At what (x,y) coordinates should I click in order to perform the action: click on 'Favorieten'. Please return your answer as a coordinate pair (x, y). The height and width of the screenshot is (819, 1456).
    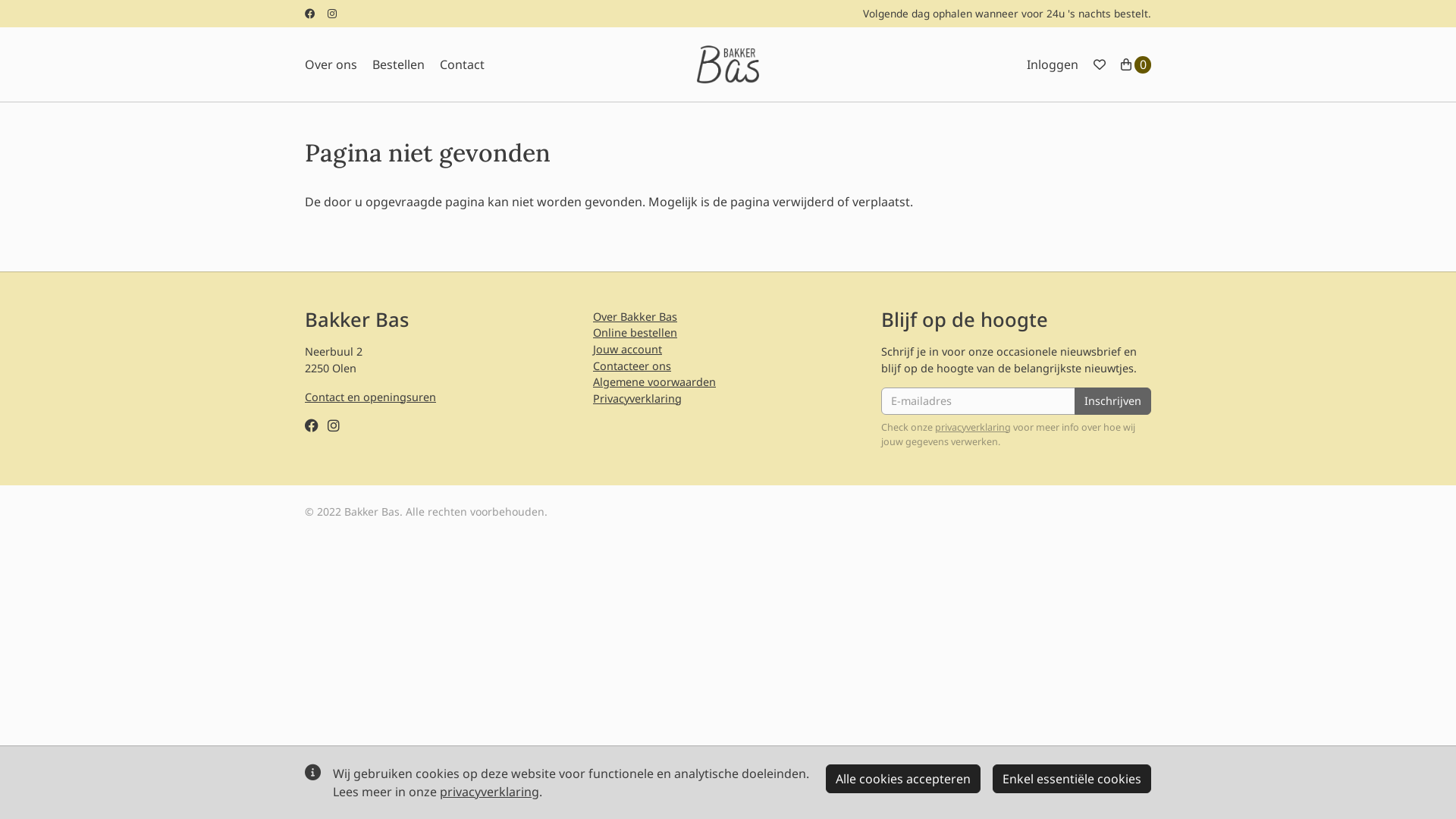
    Looking at the image, I should click on (1099, 63).